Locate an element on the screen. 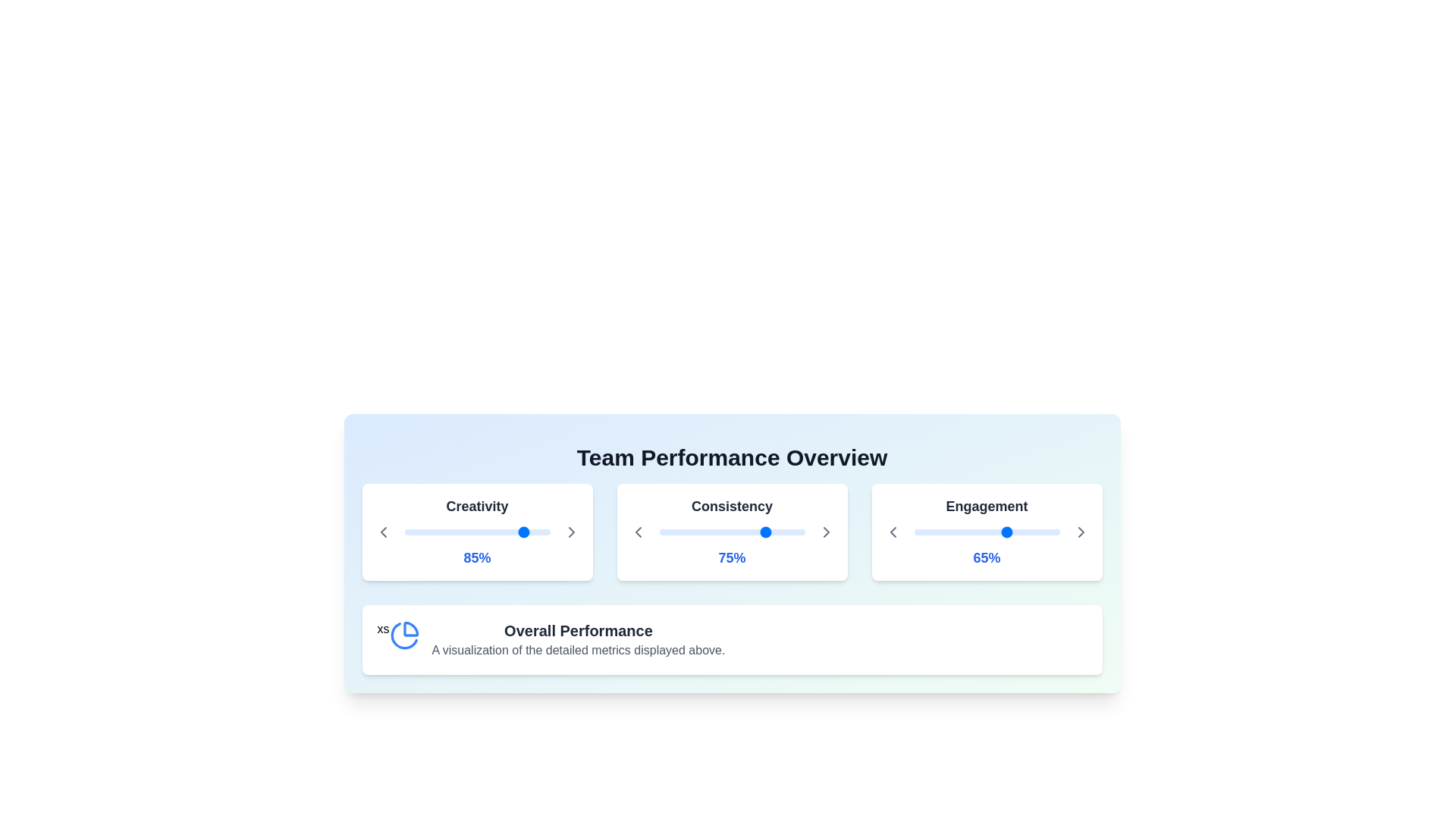 Image resolution: width=1456 pixels, height=819 pixels. text label that serves as a heading for the section below the 'Team Performance Overview', providing a summary of the topic is located at coordinates (578, 631).